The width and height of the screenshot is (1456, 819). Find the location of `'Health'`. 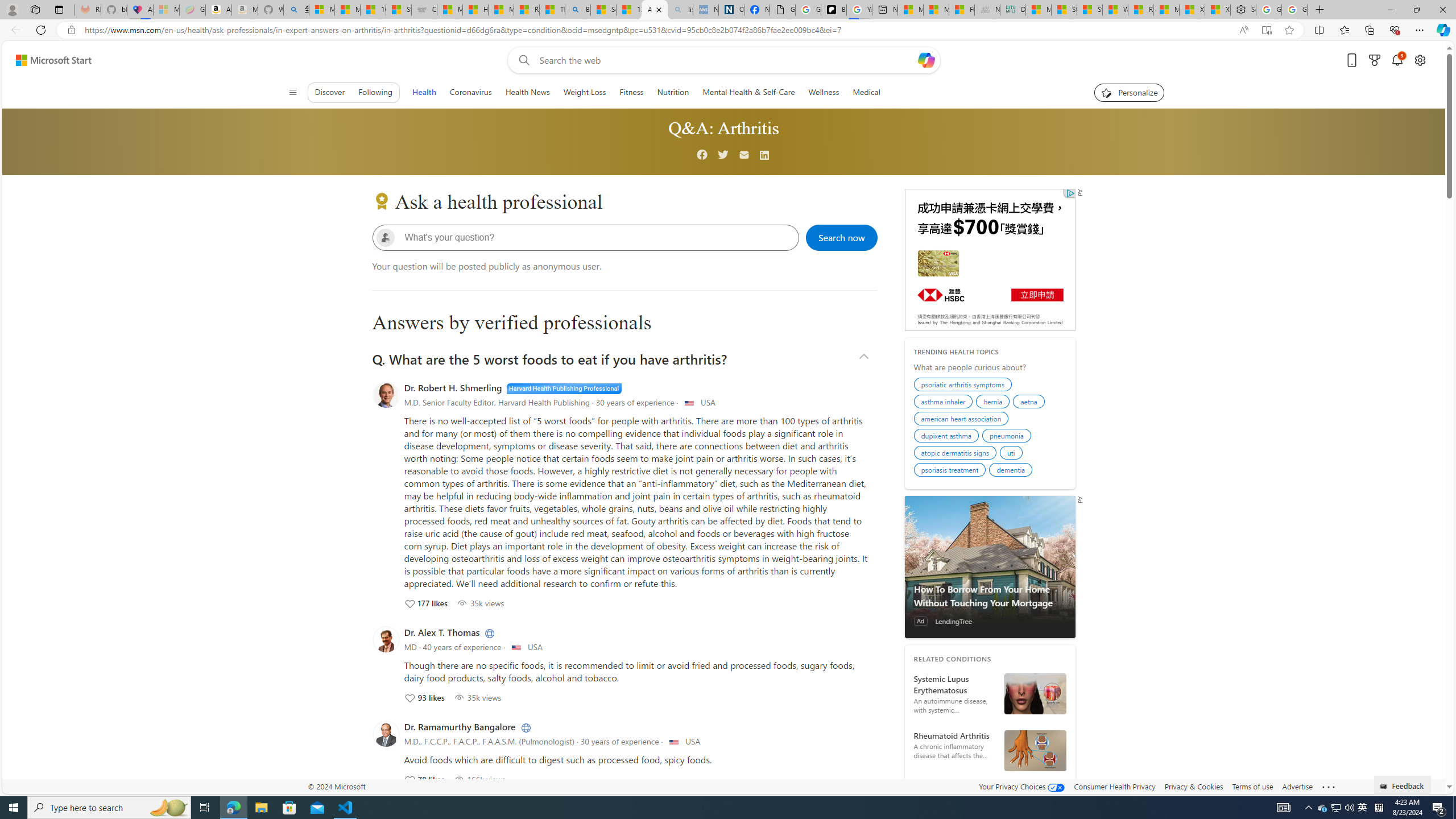

'Health' is located at coordinates (423, 92).